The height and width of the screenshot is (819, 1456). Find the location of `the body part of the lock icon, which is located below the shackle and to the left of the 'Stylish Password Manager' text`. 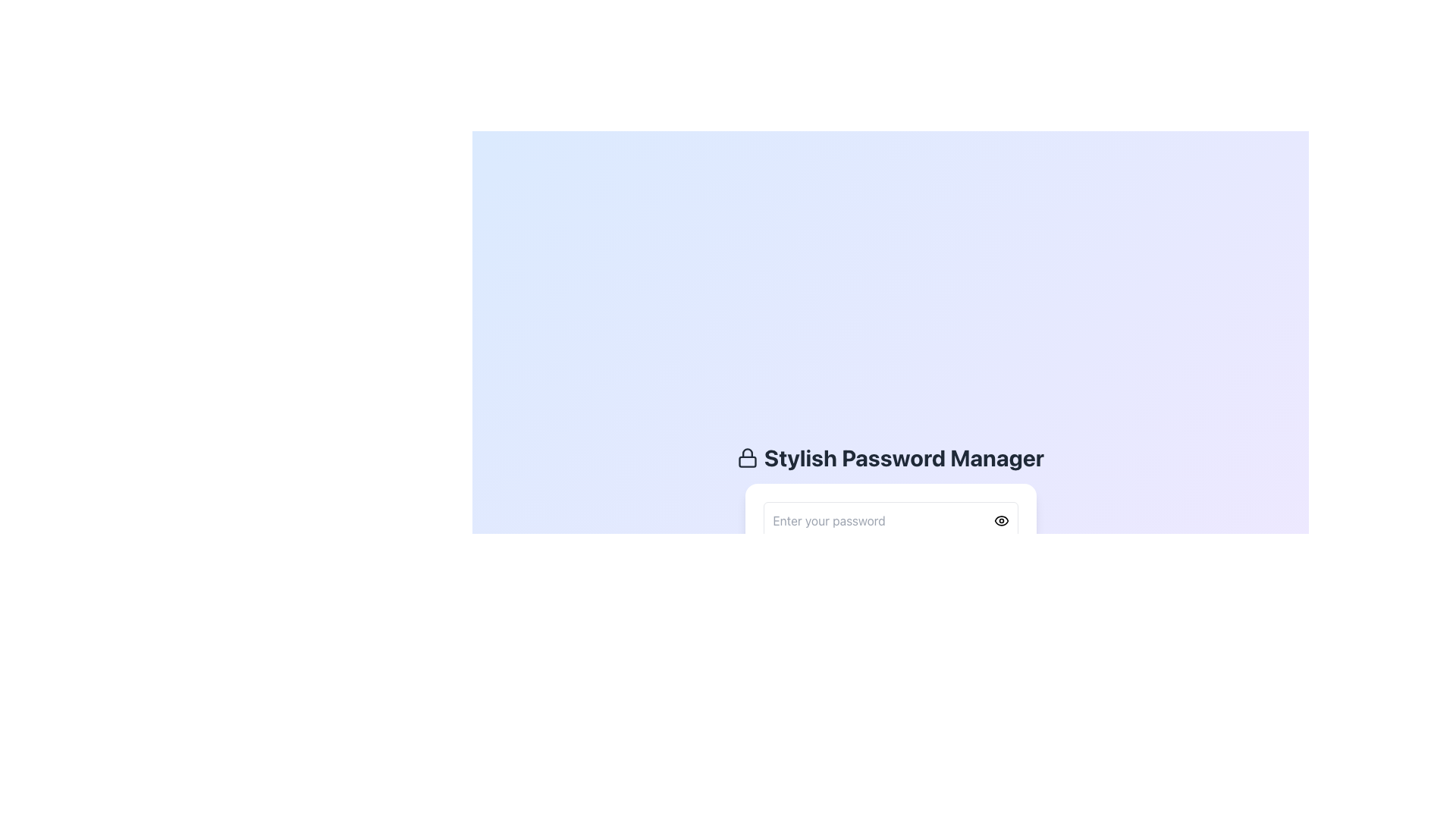

the body part of the lock icon, which is located below the shackle and to the left of the 'Stylish Password Manager' text is located at coordinates (747, 461).